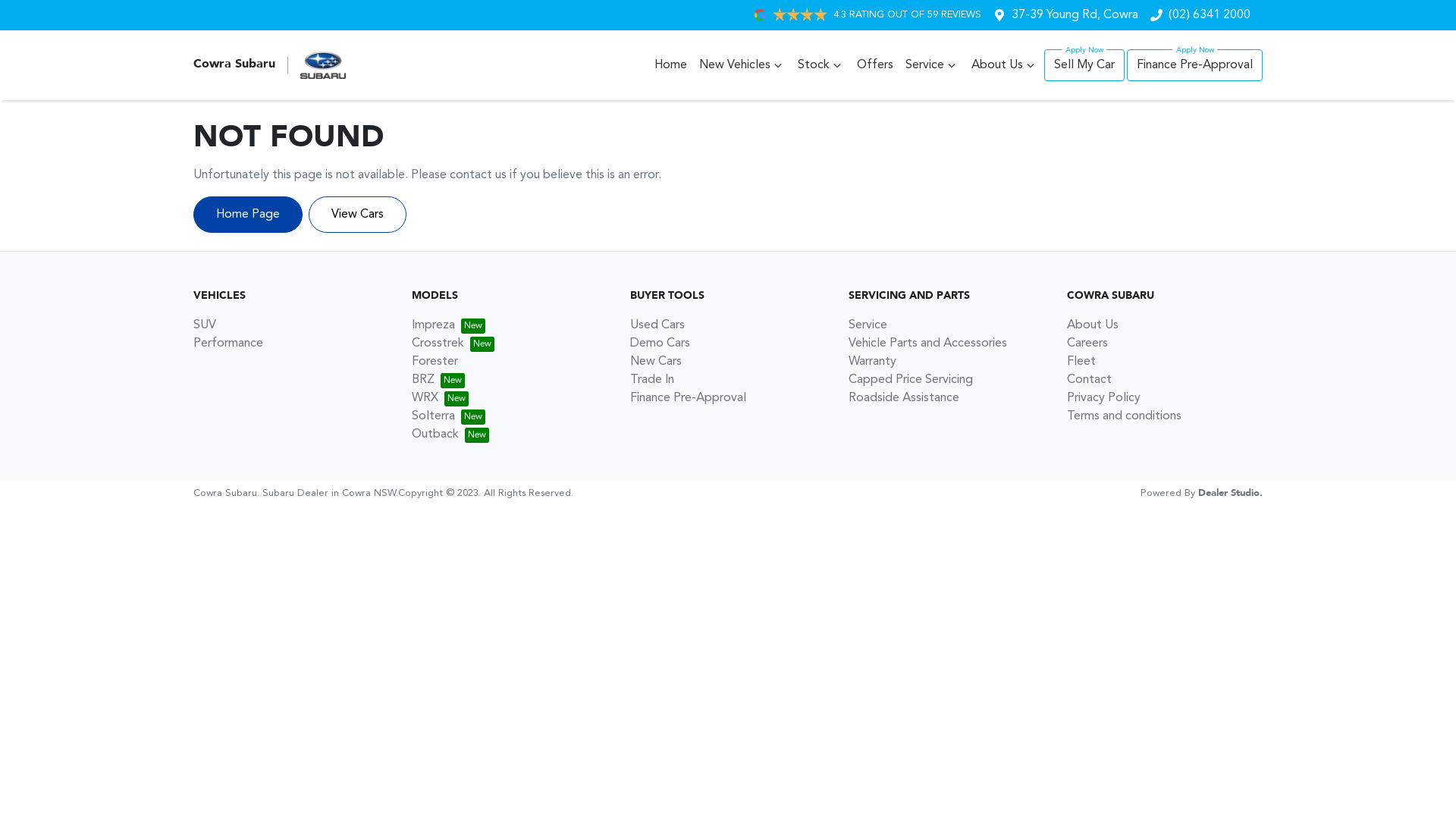 This screenshot has width=1456, height=819. What do you see at coordinates (1065, 397) in the screenshot?
I see `'Privacy Policy'` at bounding box center [1065, 397].